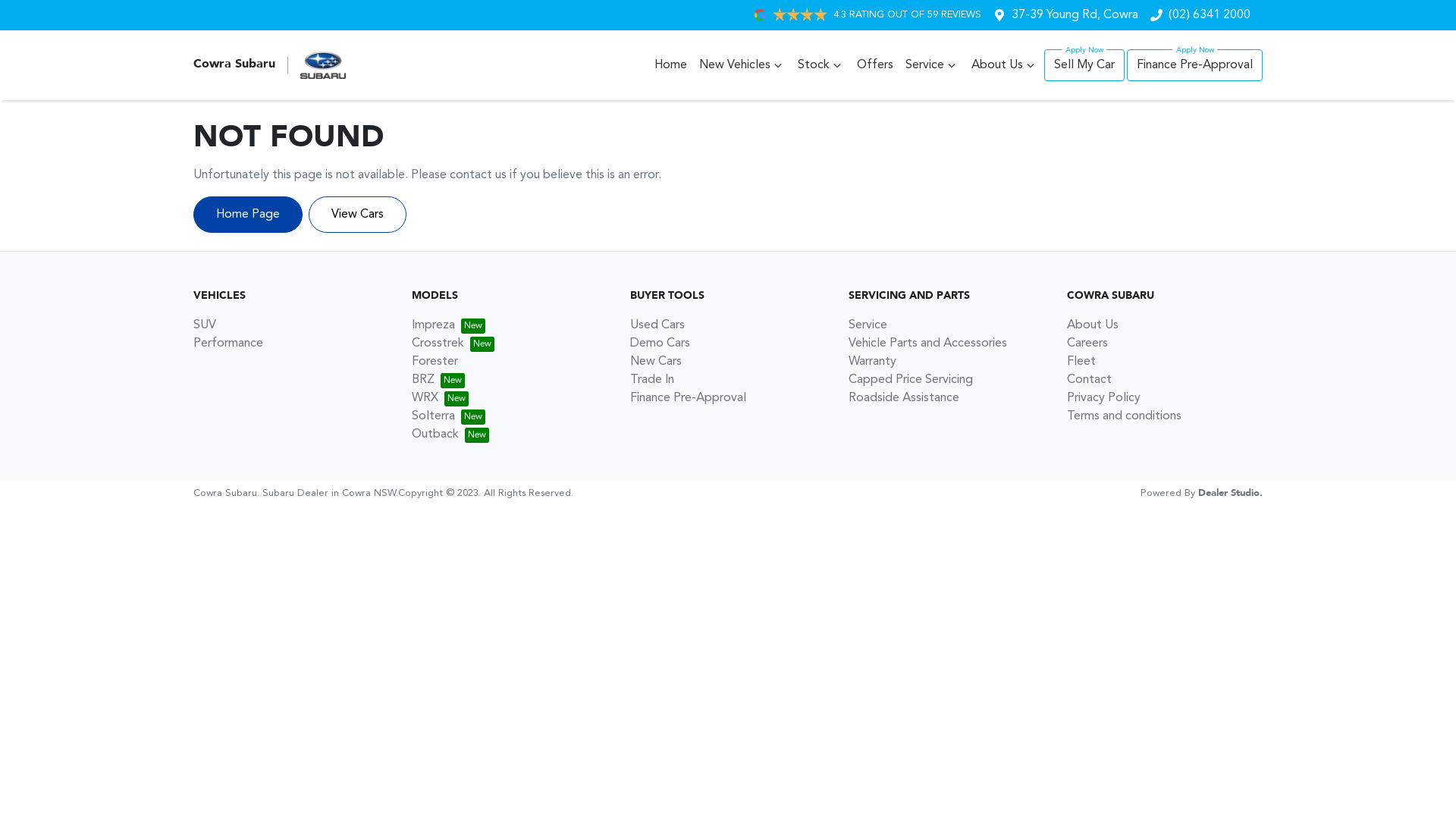 This screenshot has width=1456, height=819. What do you see at coordinates (1065, 397) in the screenshot?
I see `'Privacy Policy'` at bounding box center [1065, 397].